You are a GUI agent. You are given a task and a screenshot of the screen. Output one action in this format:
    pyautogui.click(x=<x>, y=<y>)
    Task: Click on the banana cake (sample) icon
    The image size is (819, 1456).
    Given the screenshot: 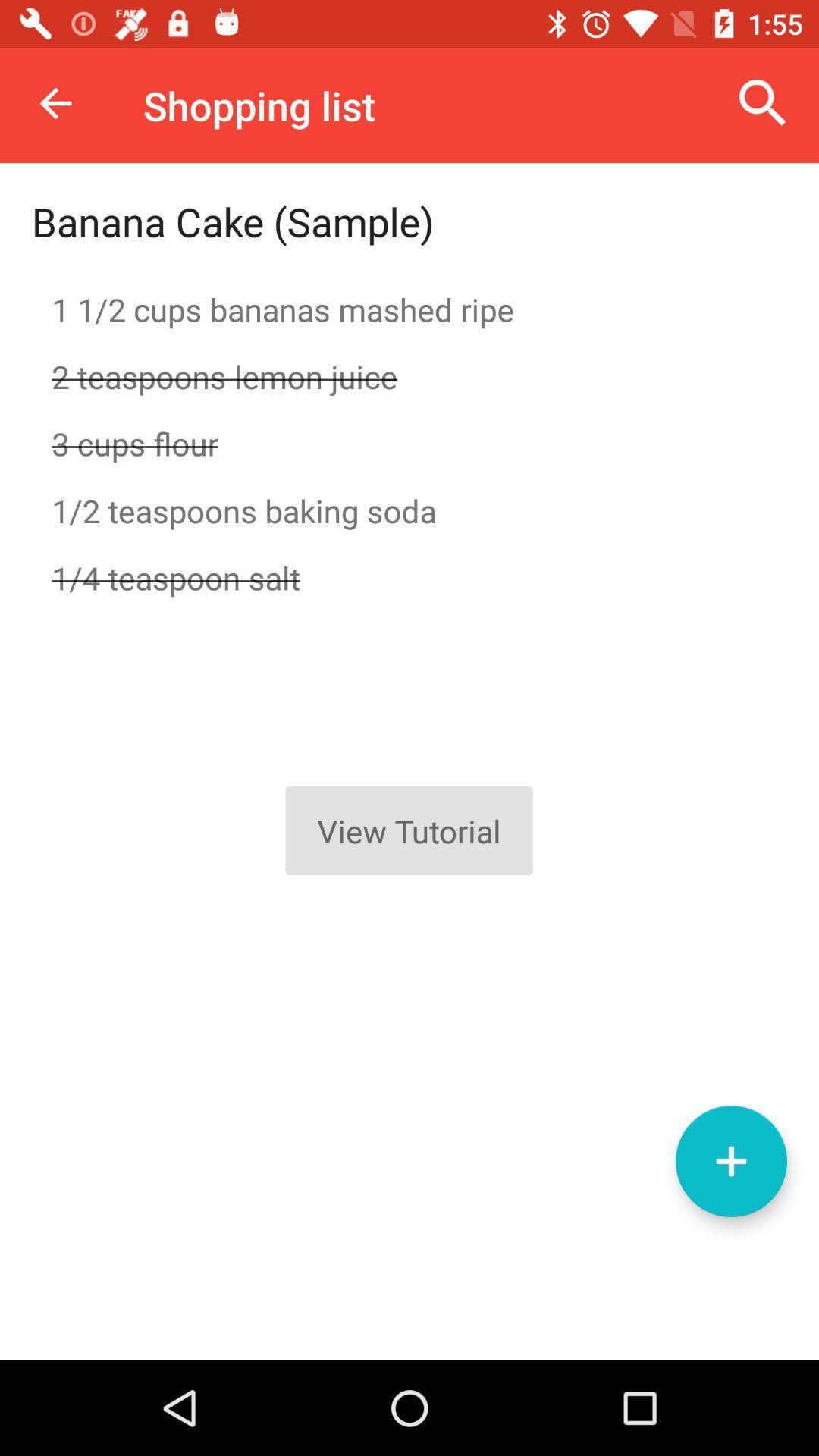 What is the action you would take?
    pyautogui.click(x=233, y=221)
    